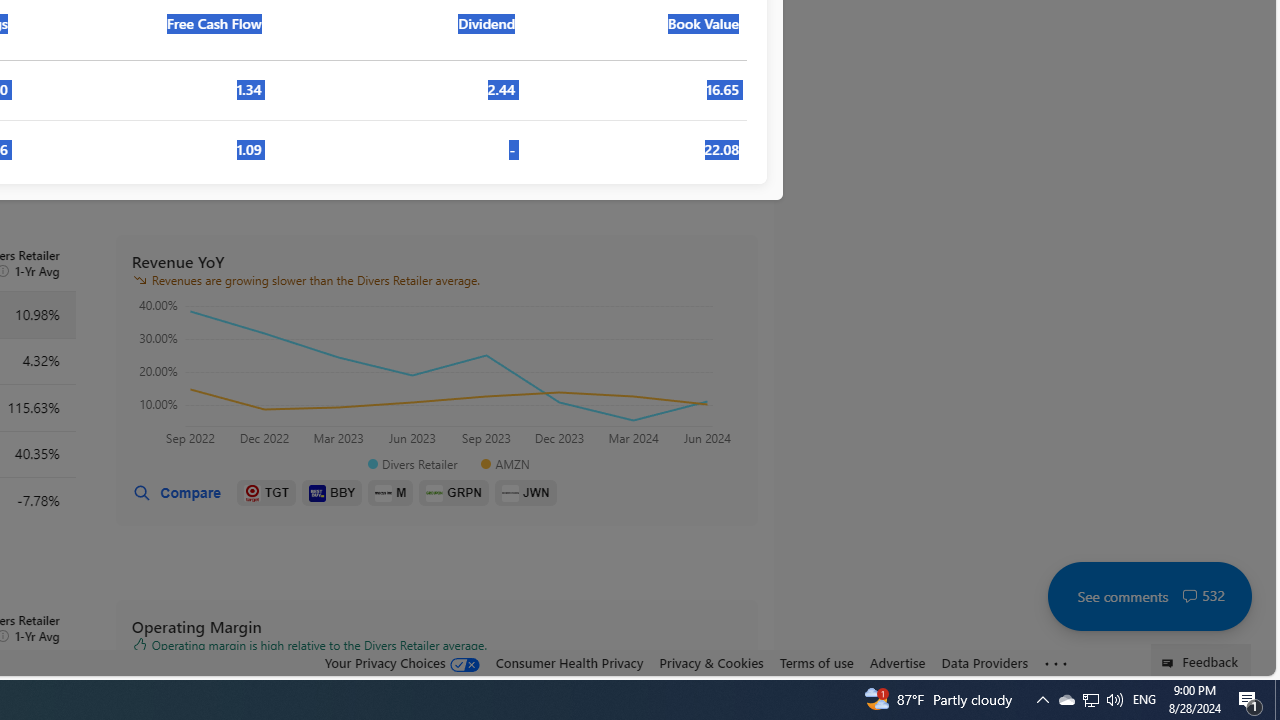 The image size is (1280, 720). What do you see at coordinates (984, 662) in the screenshot?
I see `'Data Providers'` at bounding box center [984, 662].